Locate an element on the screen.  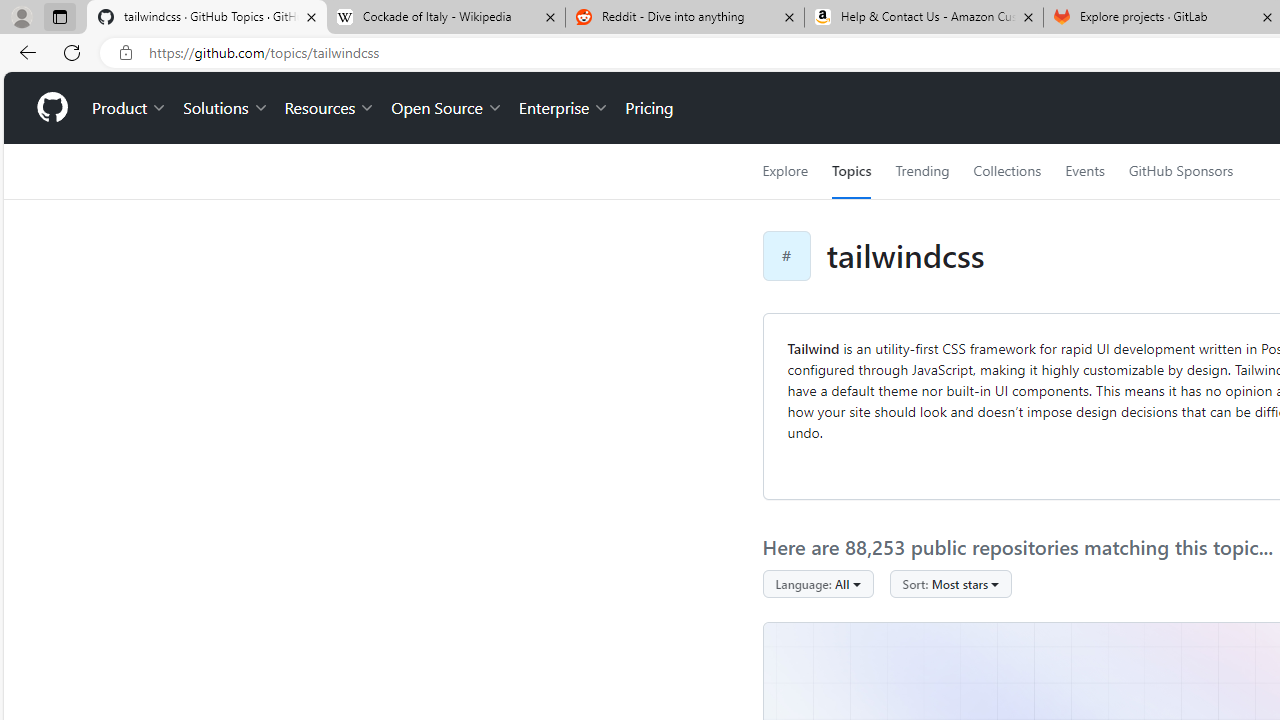
'Explore' is located at coordinates (784, 170).